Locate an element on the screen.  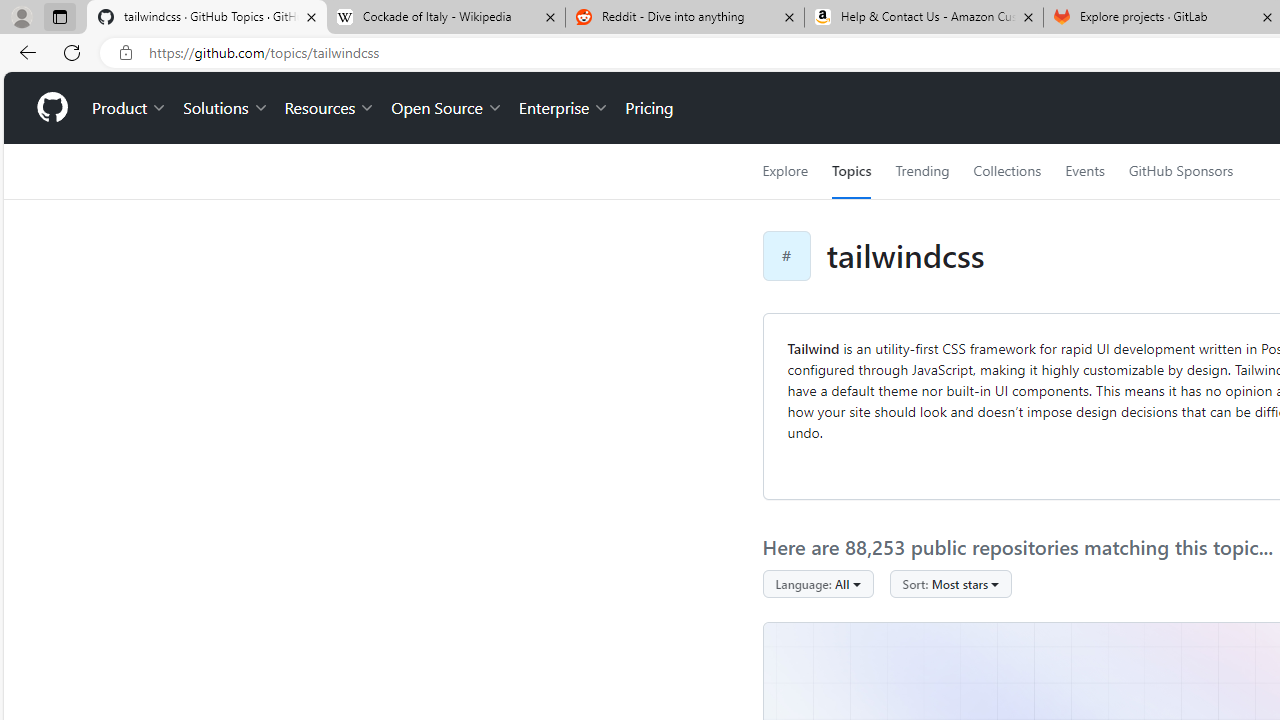
'Explore' is located at coordinates (784, 170).